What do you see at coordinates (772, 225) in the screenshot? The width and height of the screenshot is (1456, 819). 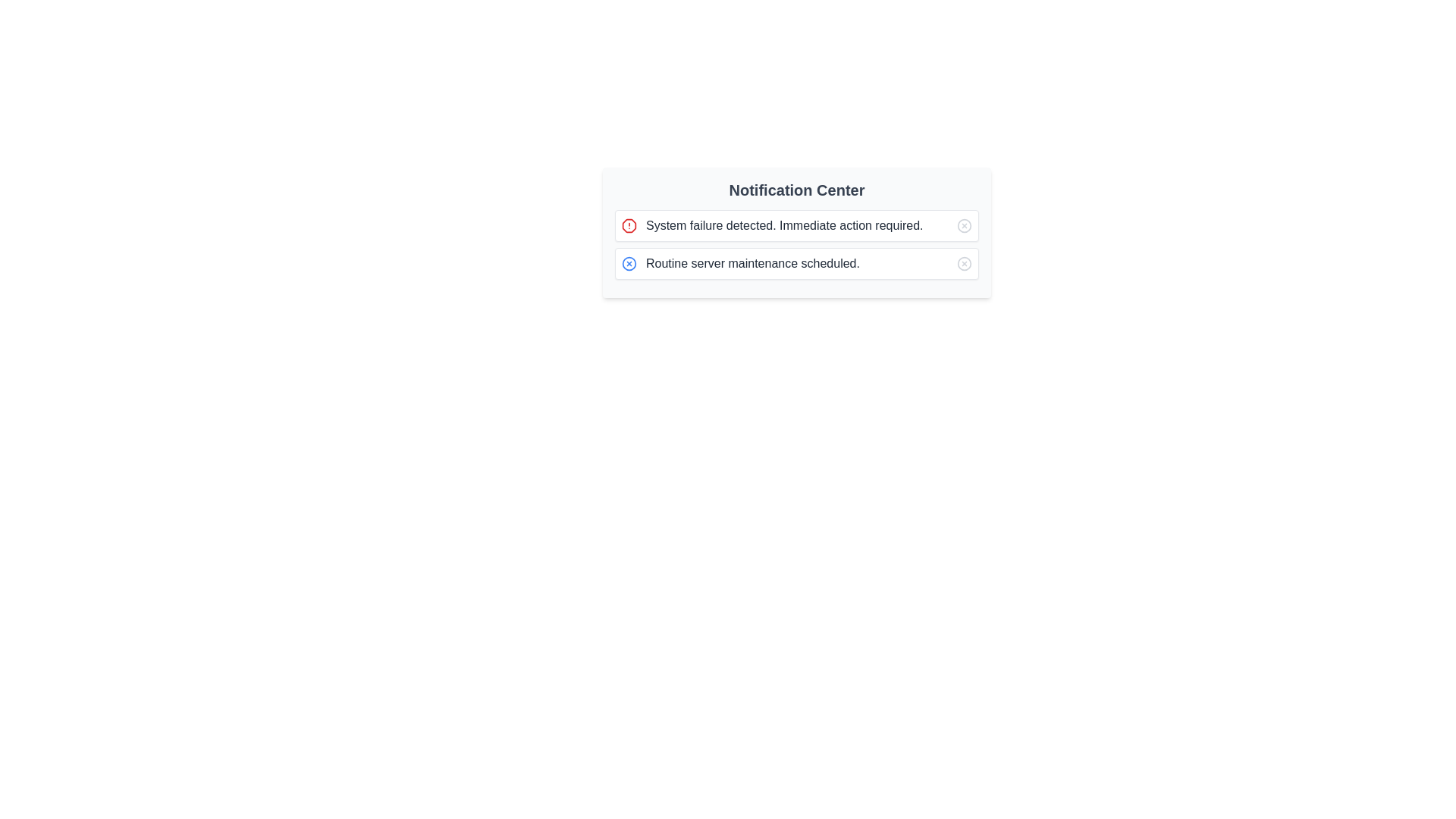 I see `the first notification message stating 'System failure detected. Immediate action required.' which is accompanied by an alert octagon icon, positioned centrally in the notification center` at bounding box center [772, 225].